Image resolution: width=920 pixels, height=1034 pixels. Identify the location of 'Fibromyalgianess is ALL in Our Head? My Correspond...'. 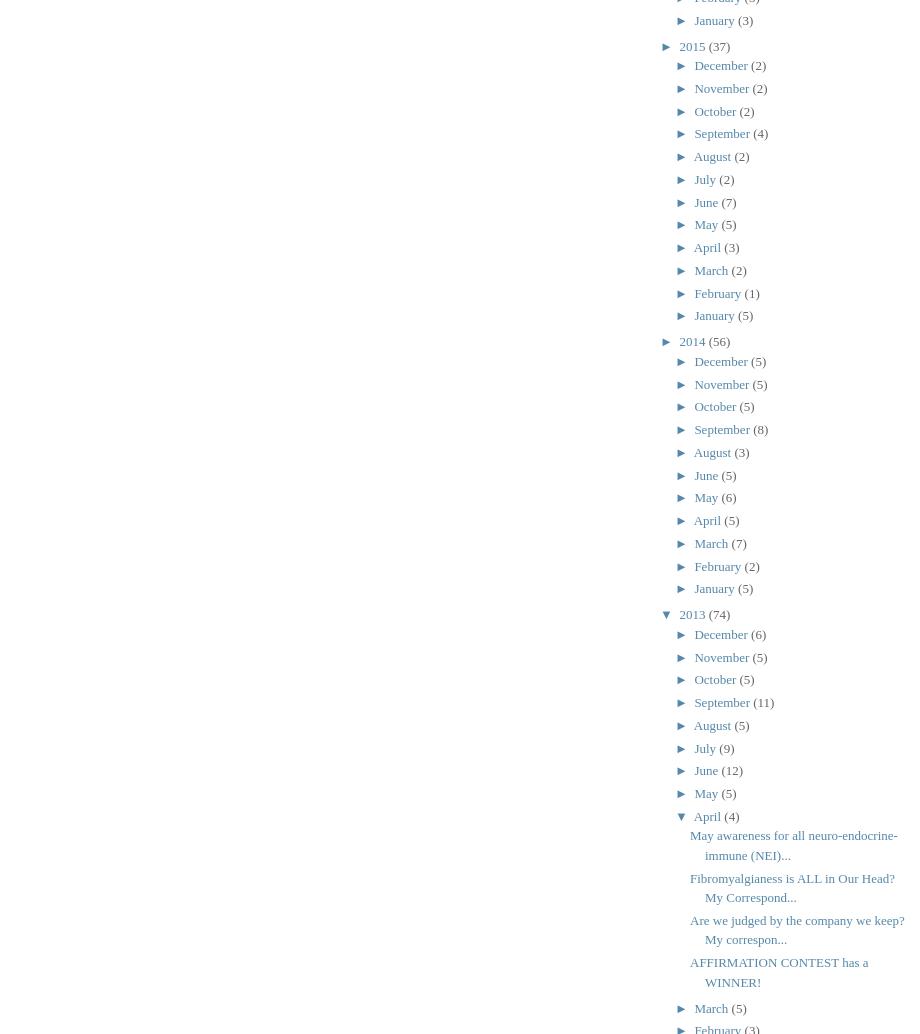
(792, 886).